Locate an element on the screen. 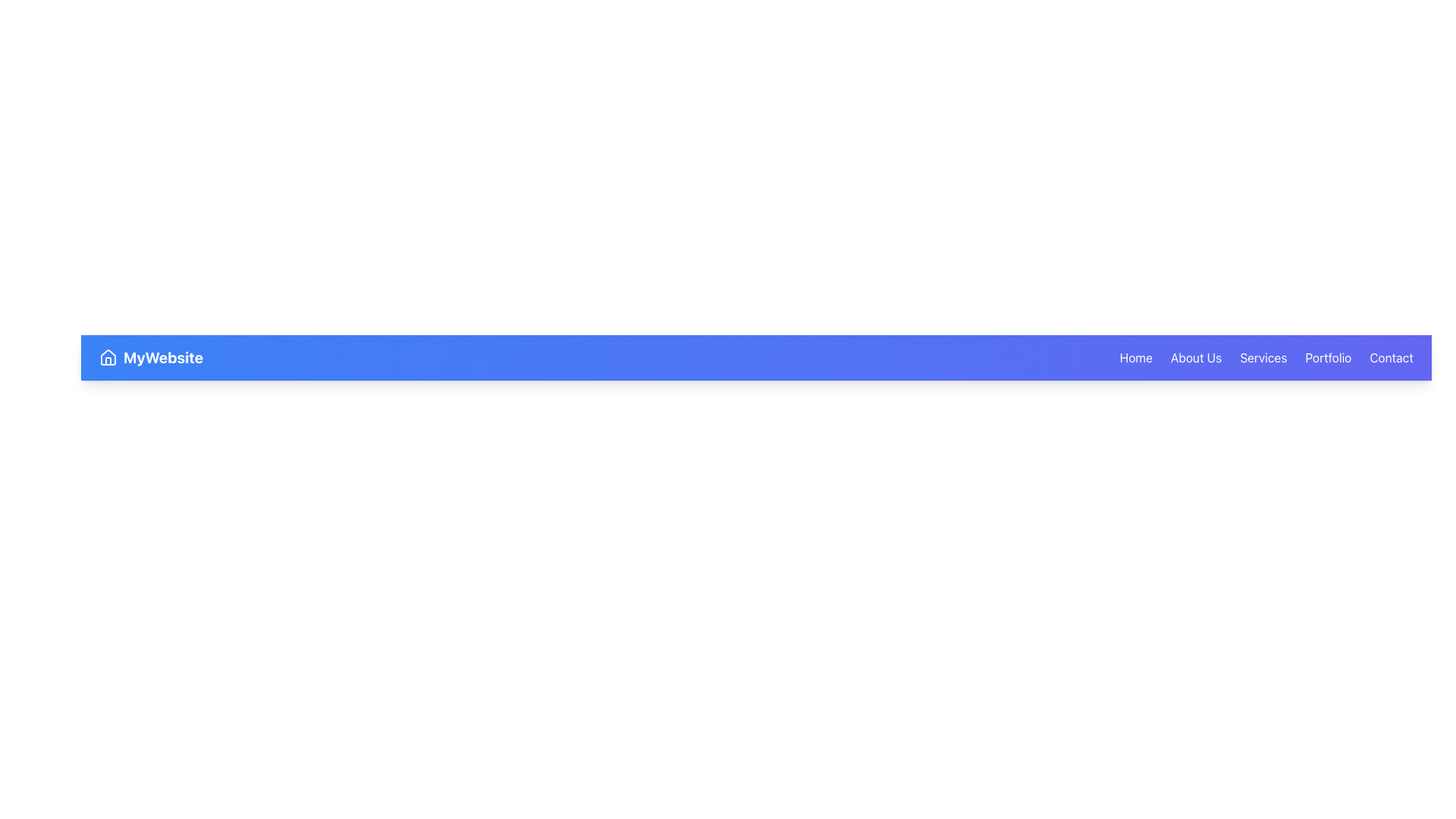 This screenshot has height=819, width=1456. the branding logo, which is a Text with Icon located at the top-left corner of the navigation bar is located at coordinates (151, 357).